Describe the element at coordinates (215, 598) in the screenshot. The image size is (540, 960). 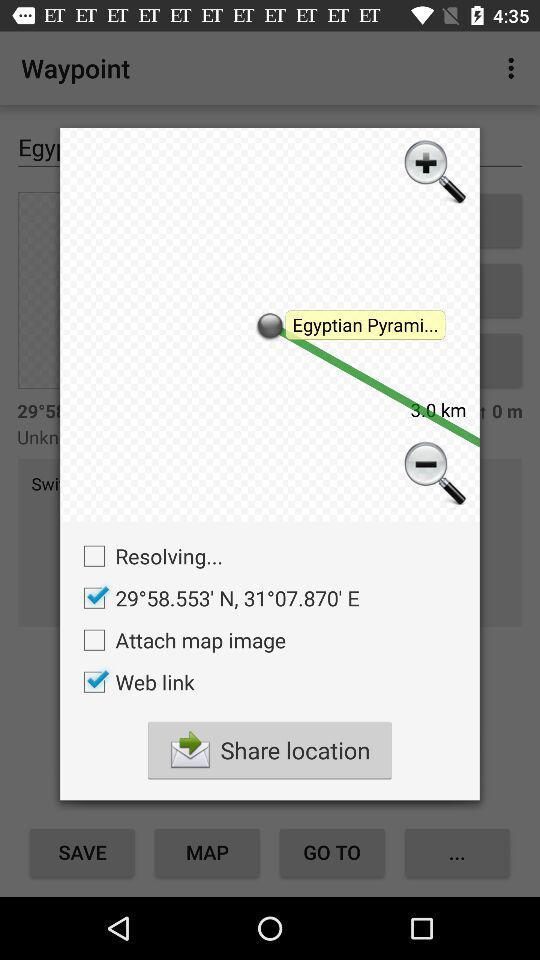
I see `icon above attach map image icon` at that location.